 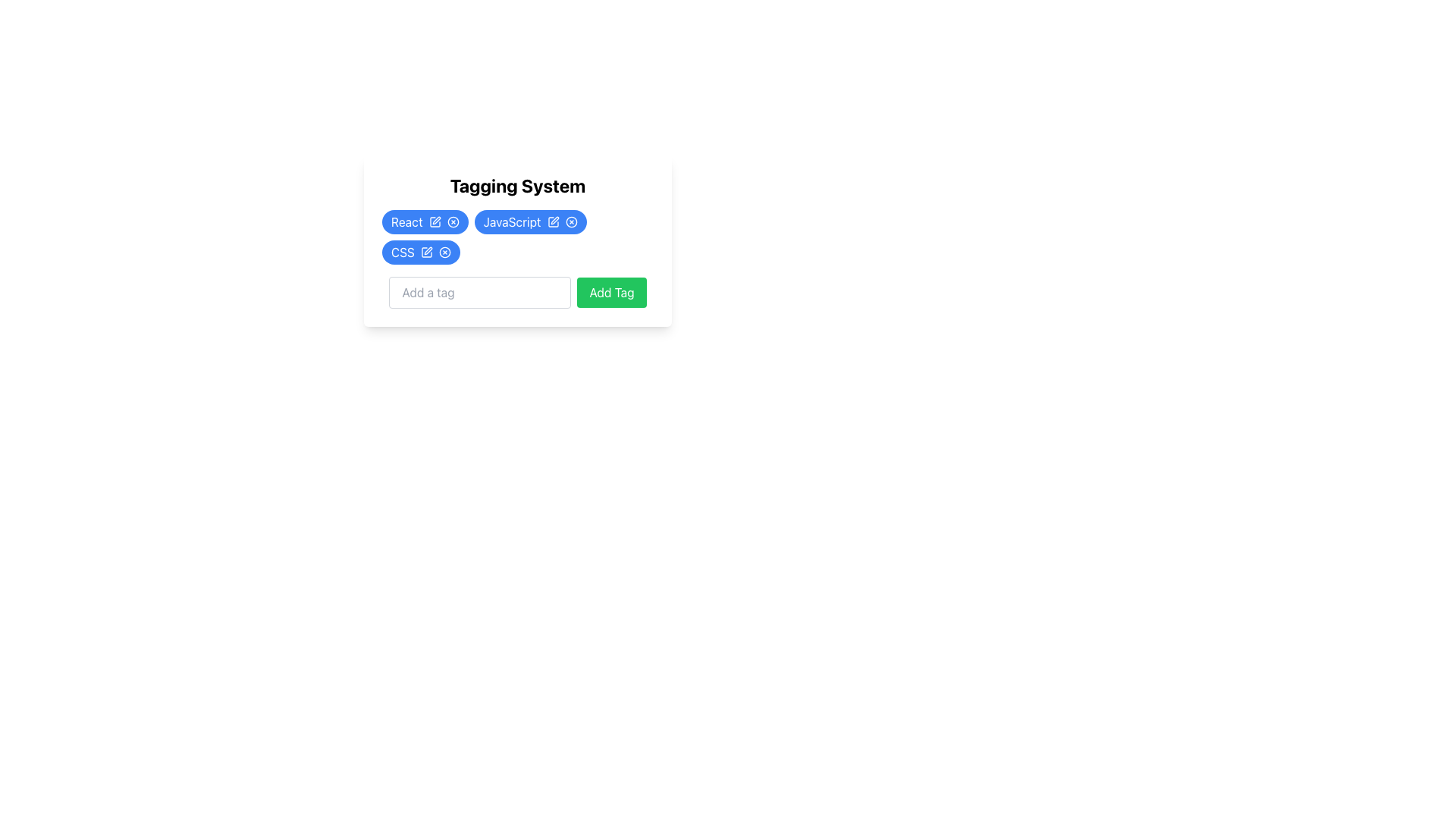 I want to click on the circular icon button with a blue background and a diagonal cross, located at the far right of the bottom row in the 'Tagging System' interface, so click(x=444, y=251).